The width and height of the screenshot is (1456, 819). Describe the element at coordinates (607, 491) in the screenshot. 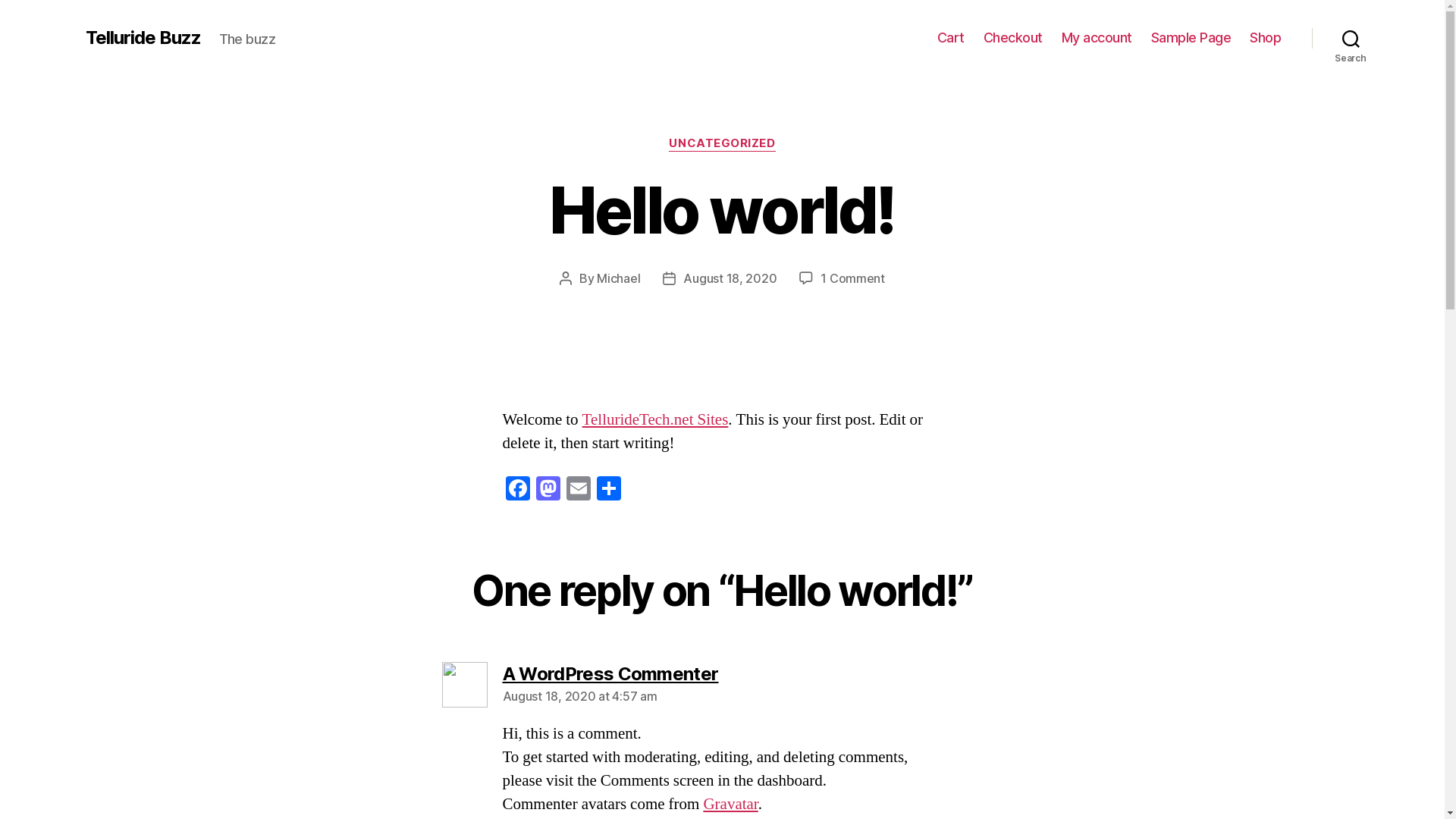

I see `'Share'` at that location.